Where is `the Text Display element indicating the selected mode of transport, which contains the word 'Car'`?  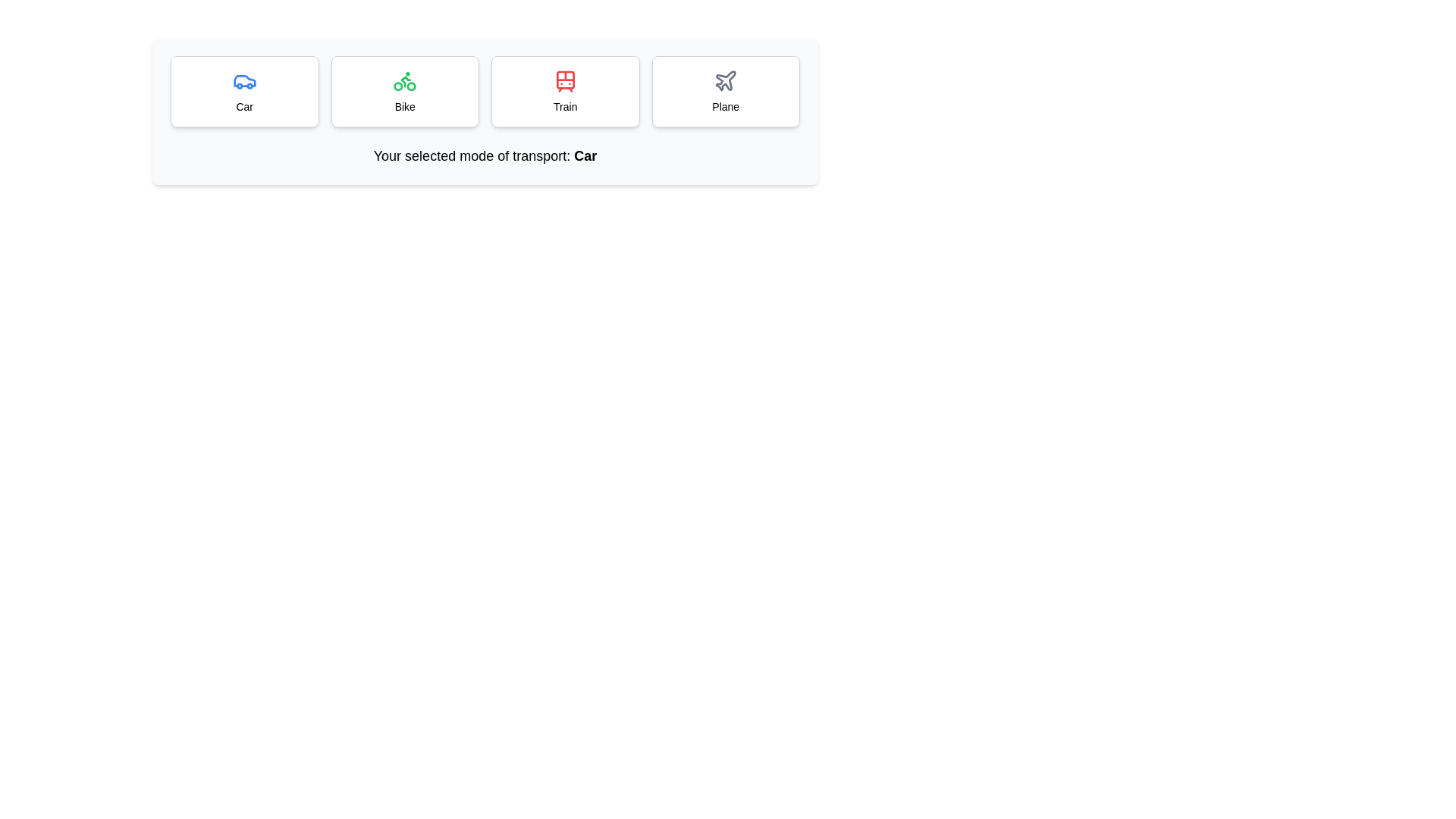
the Text Display element indicating the selected mode of transport, which contains the word 'Car' is located at coordinates (585, 155).